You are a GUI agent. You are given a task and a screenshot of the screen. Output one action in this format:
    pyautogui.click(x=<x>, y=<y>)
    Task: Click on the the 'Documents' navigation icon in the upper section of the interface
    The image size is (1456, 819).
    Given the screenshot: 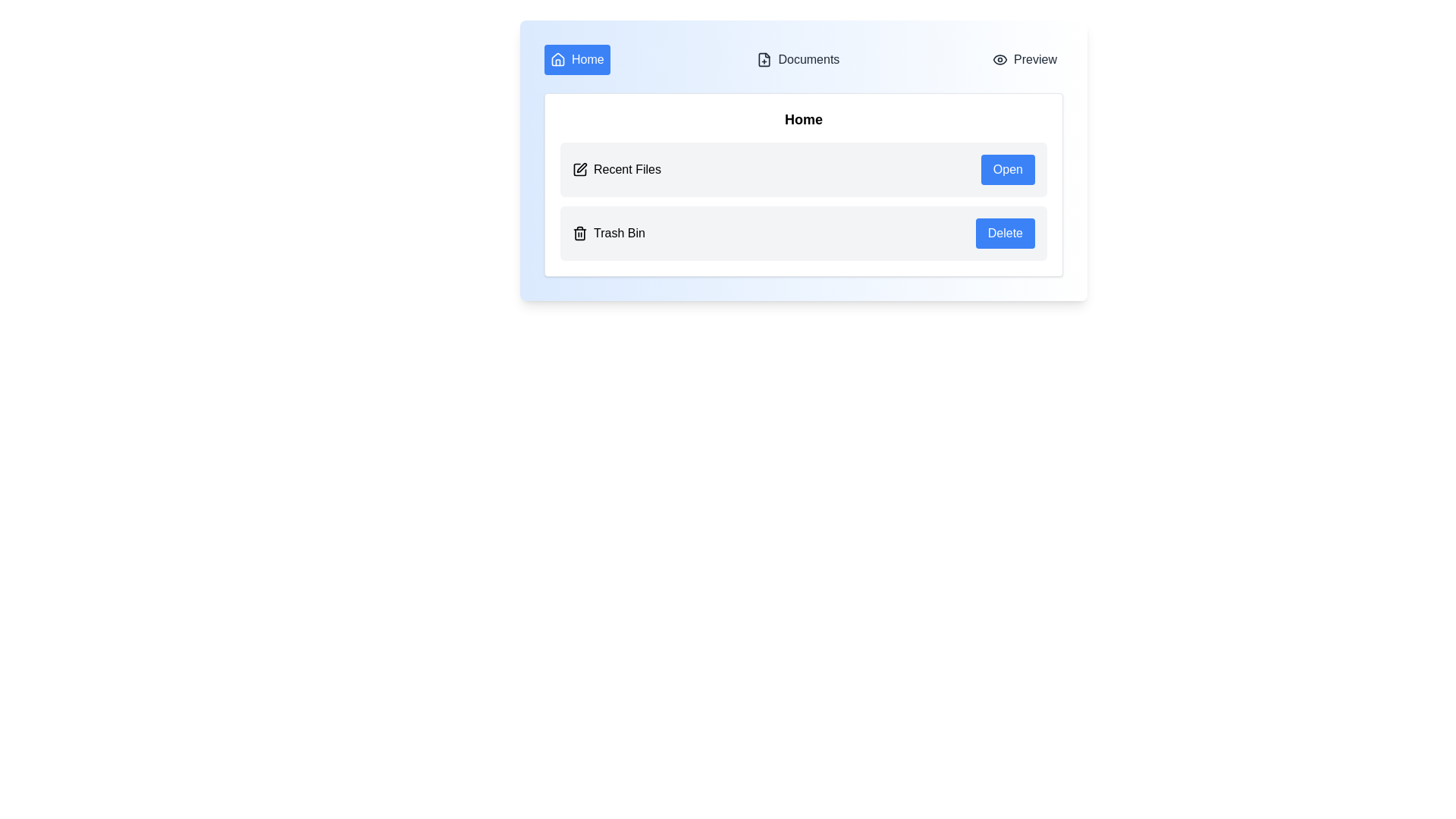 What is the action you would take?
    pyautogui.click(x=764, y=58)
    